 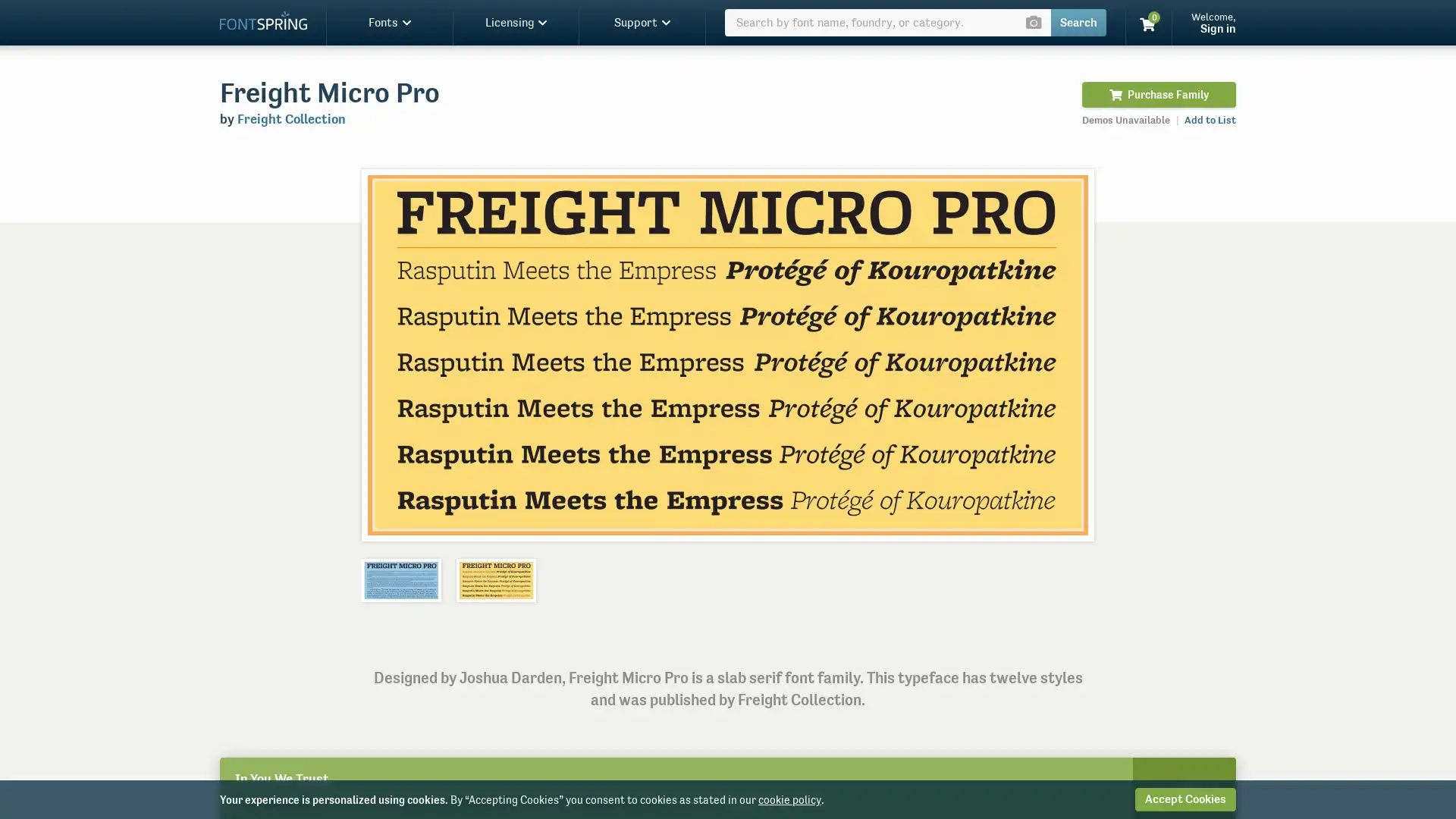 What do you see at coordinates (1210, 119) in the screenshot?
I see `Add to List` at bounding box center [1210, 119].